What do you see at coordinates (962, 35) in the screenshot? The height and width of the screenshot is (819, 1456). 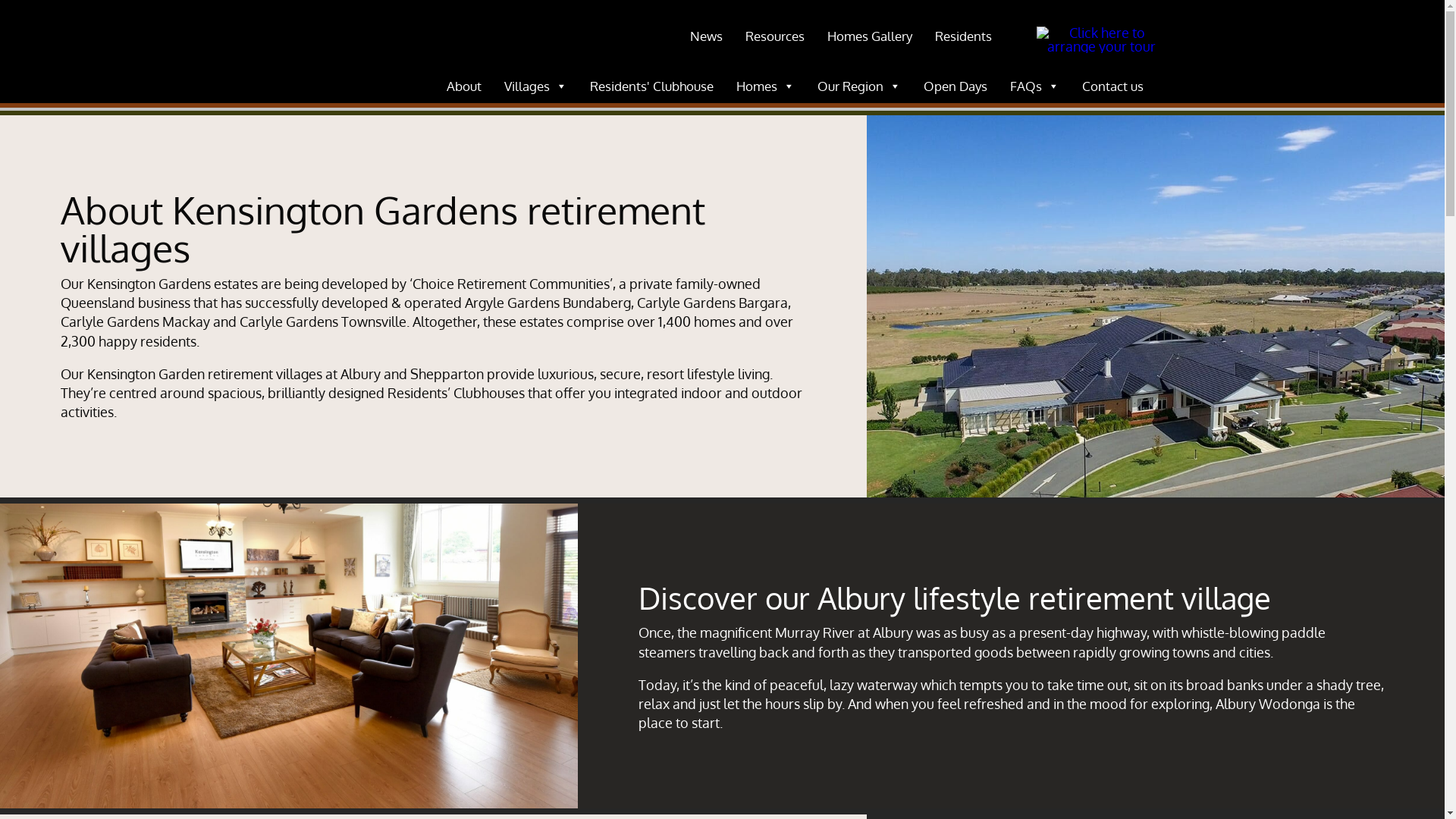 I see `'Residents'` at bounding box center [962, 35].